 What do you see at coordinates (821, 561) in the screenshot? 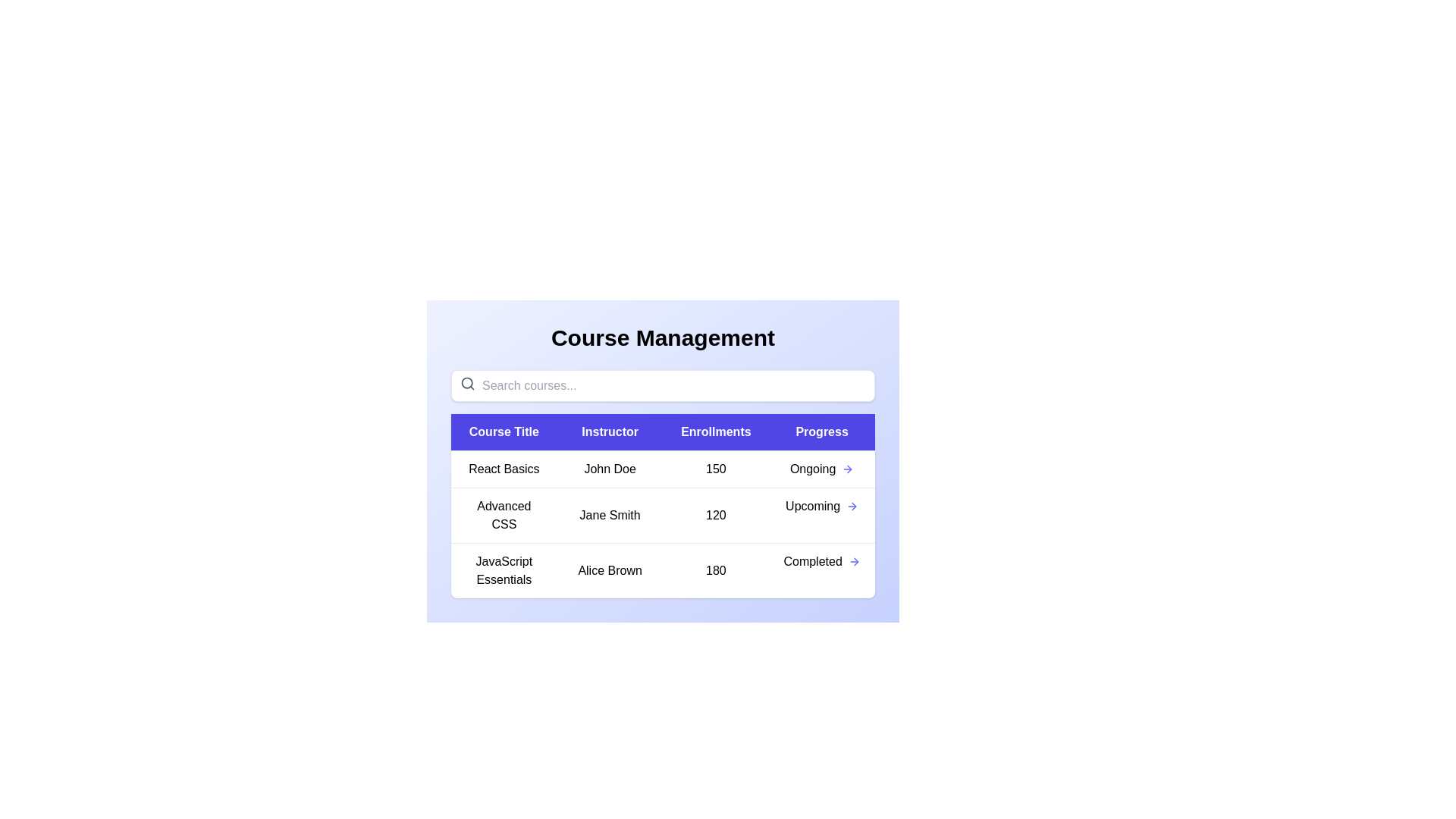
I see `the progress indicator for the course titled 'JavaScript Essentials'` at bounding box center [821, 561].